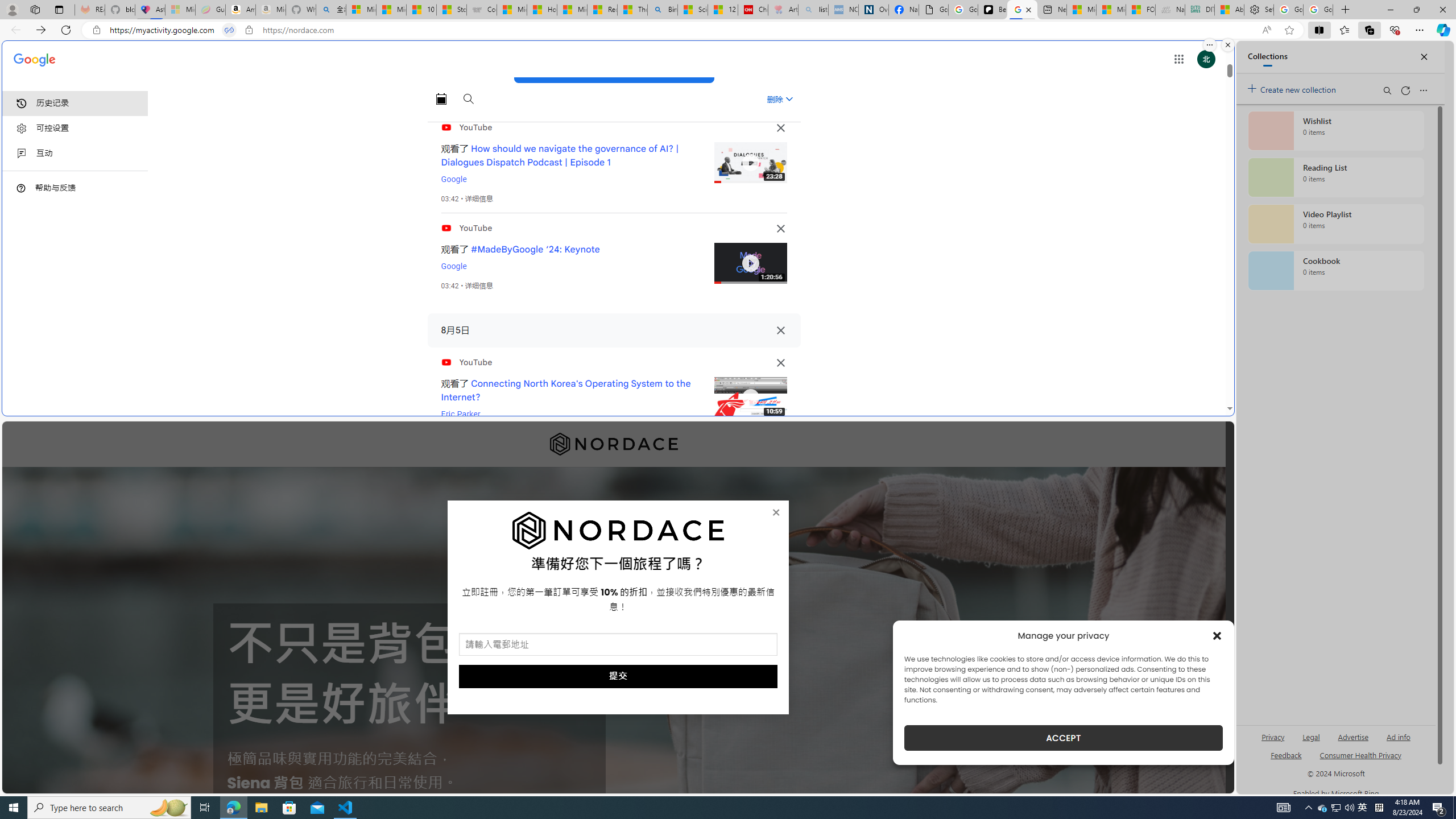 The image size is (1456, 819). I want to click on 'AutomationID: field_5_1', so click(617, 645).